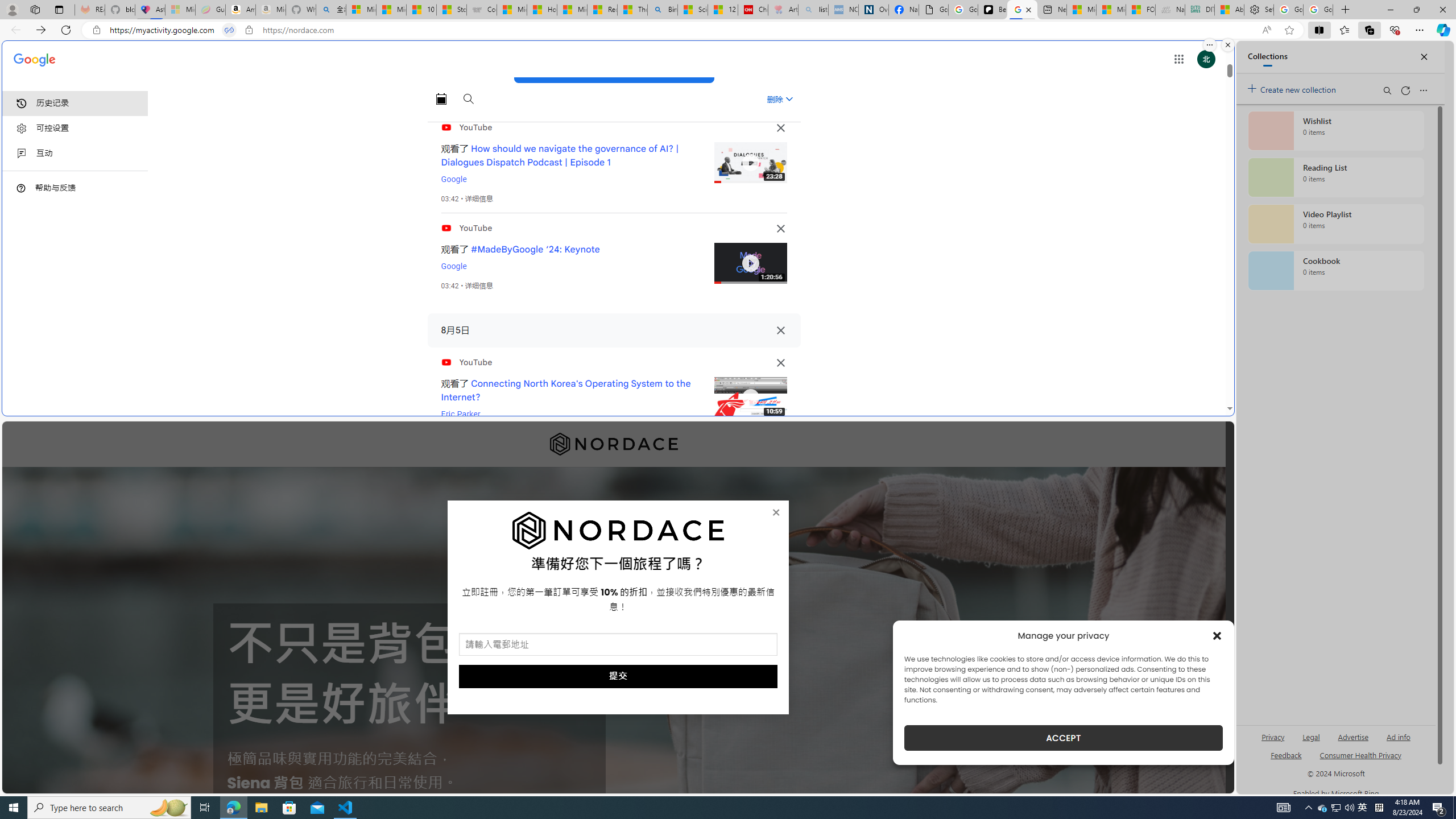 The image size is (1456, 819). I want to click on 'AutomationID: field_5_1', so click(617, 645).